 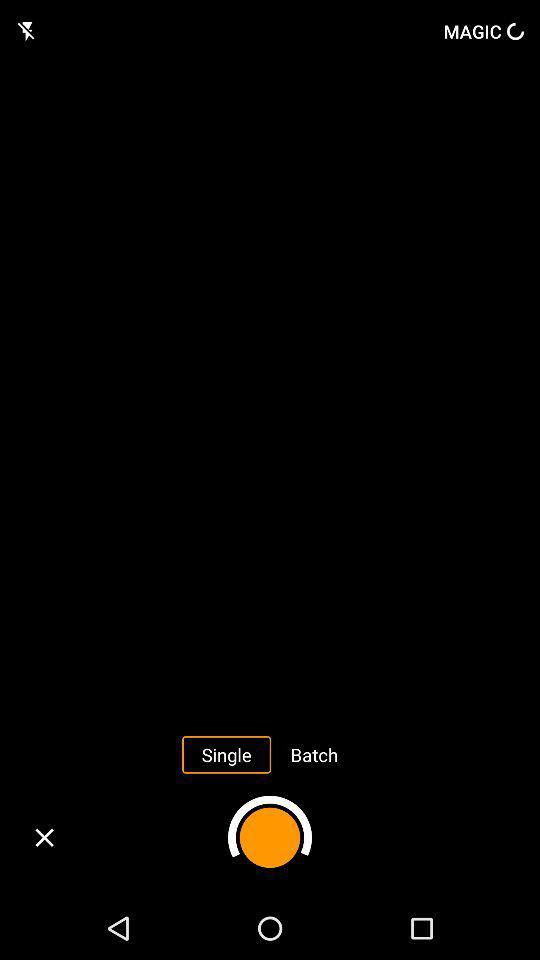 I want to click on the close icon, so click(x=44, y=837).